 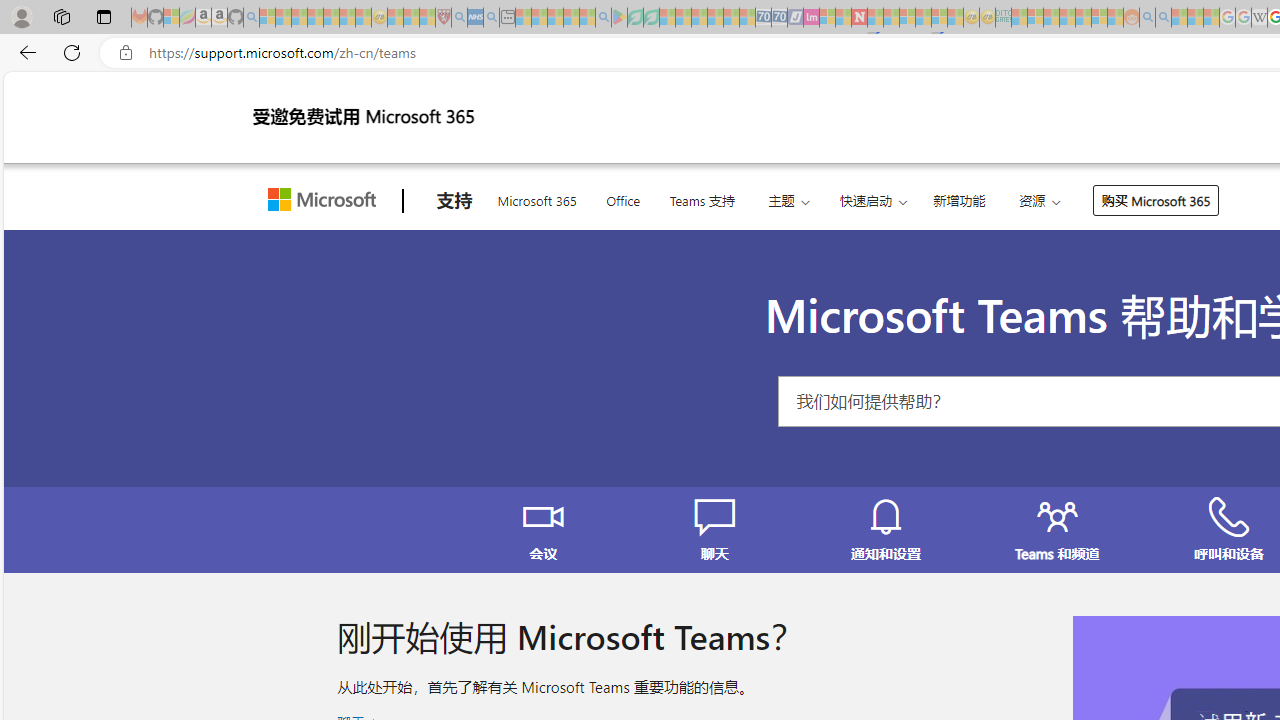 I want to click on 'Cheap Car Rentals - Save70.com - Sleeping', so click(x=762, y=17).